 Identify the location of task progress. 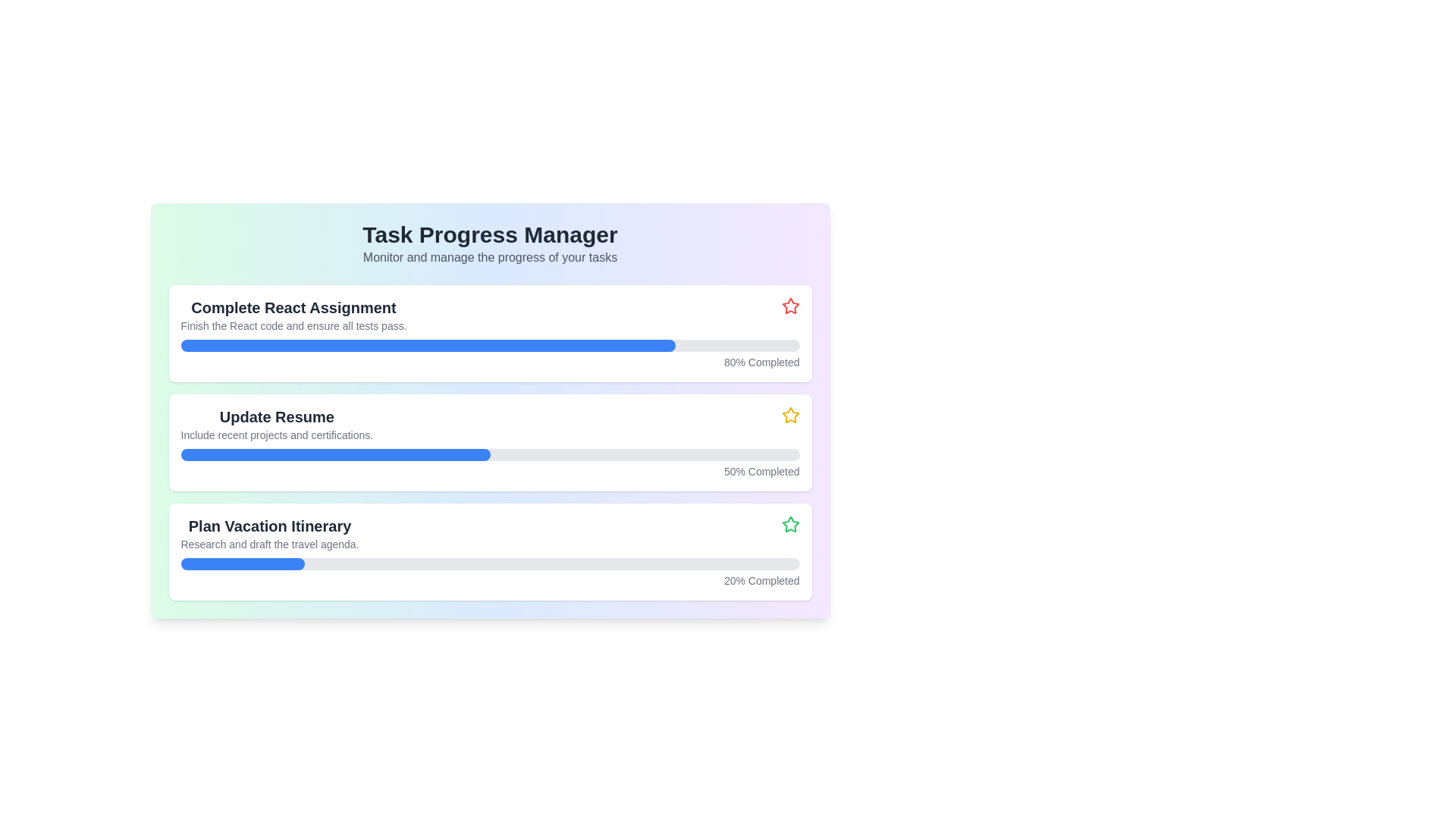
(298, 564).